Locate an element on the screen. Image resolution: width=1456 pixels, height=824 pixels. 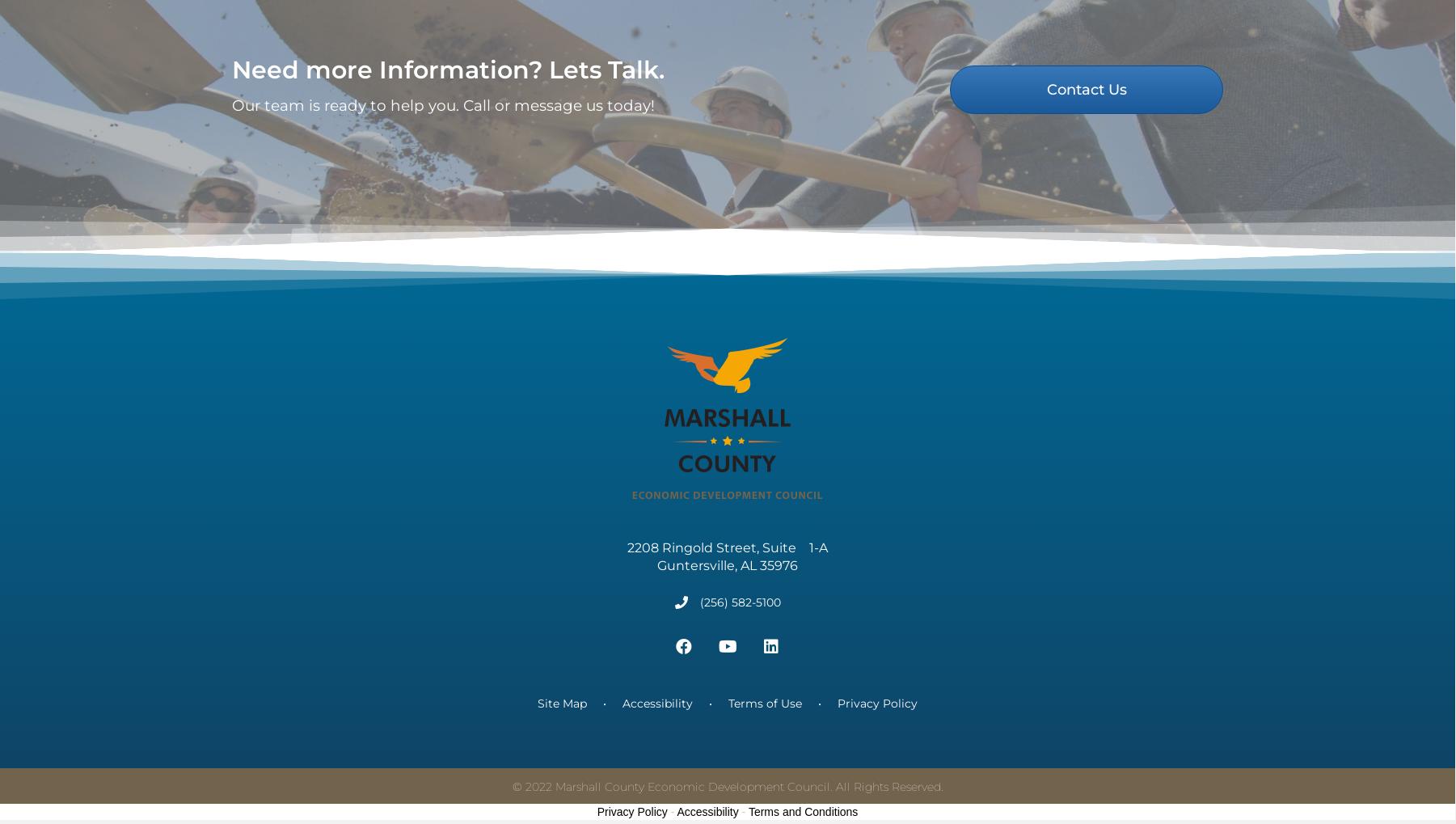
'Accessibility' is located at coordinates (656, 725).